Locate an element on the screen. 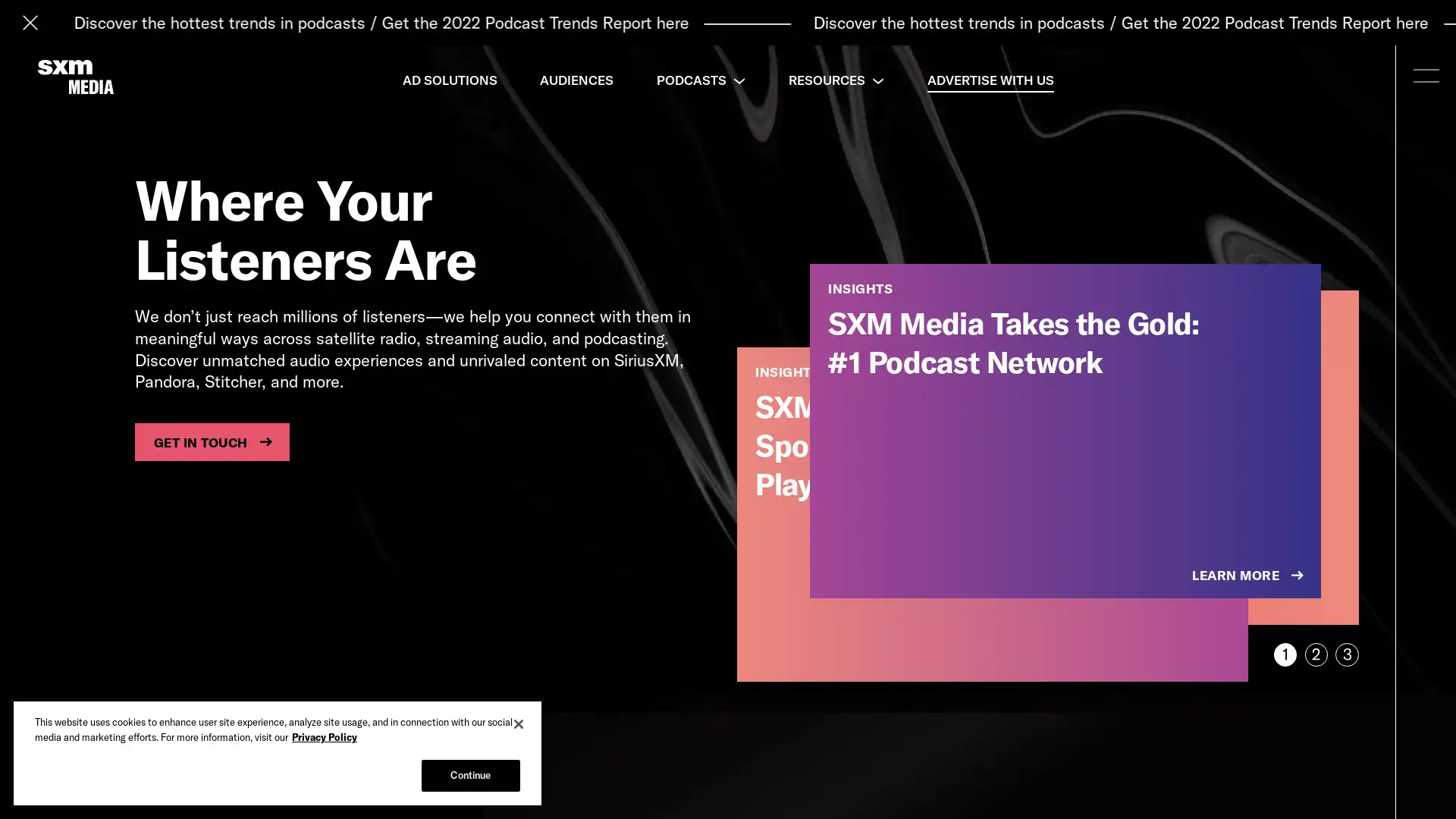  1 is located at coordinates (1284, 654).